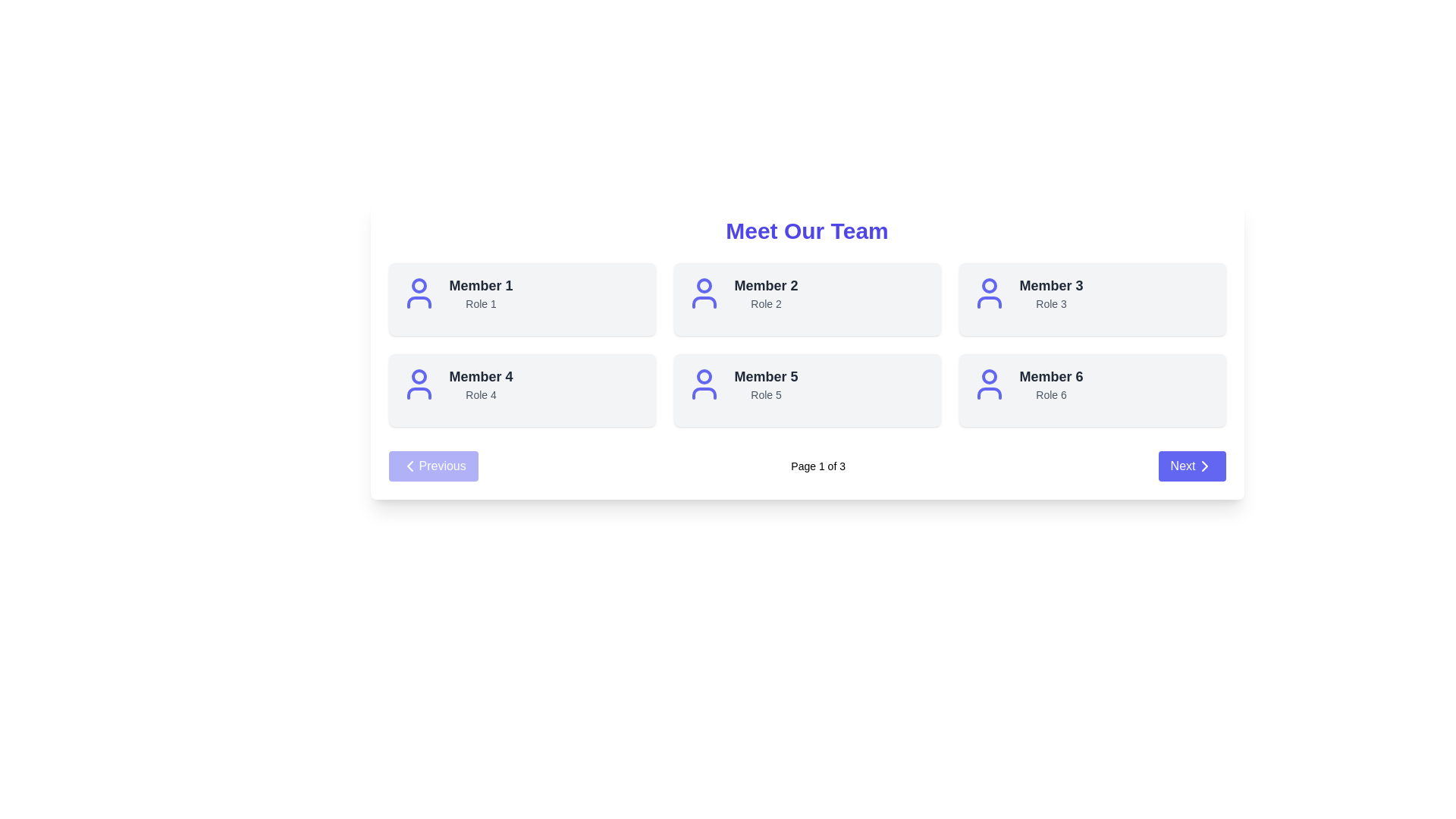 This screenshot has width=1456, height=819. Describe the element at coordinates (806, 231) in the screenshot. I see `the welcoming Text Heading that describes the team member section` at that location.